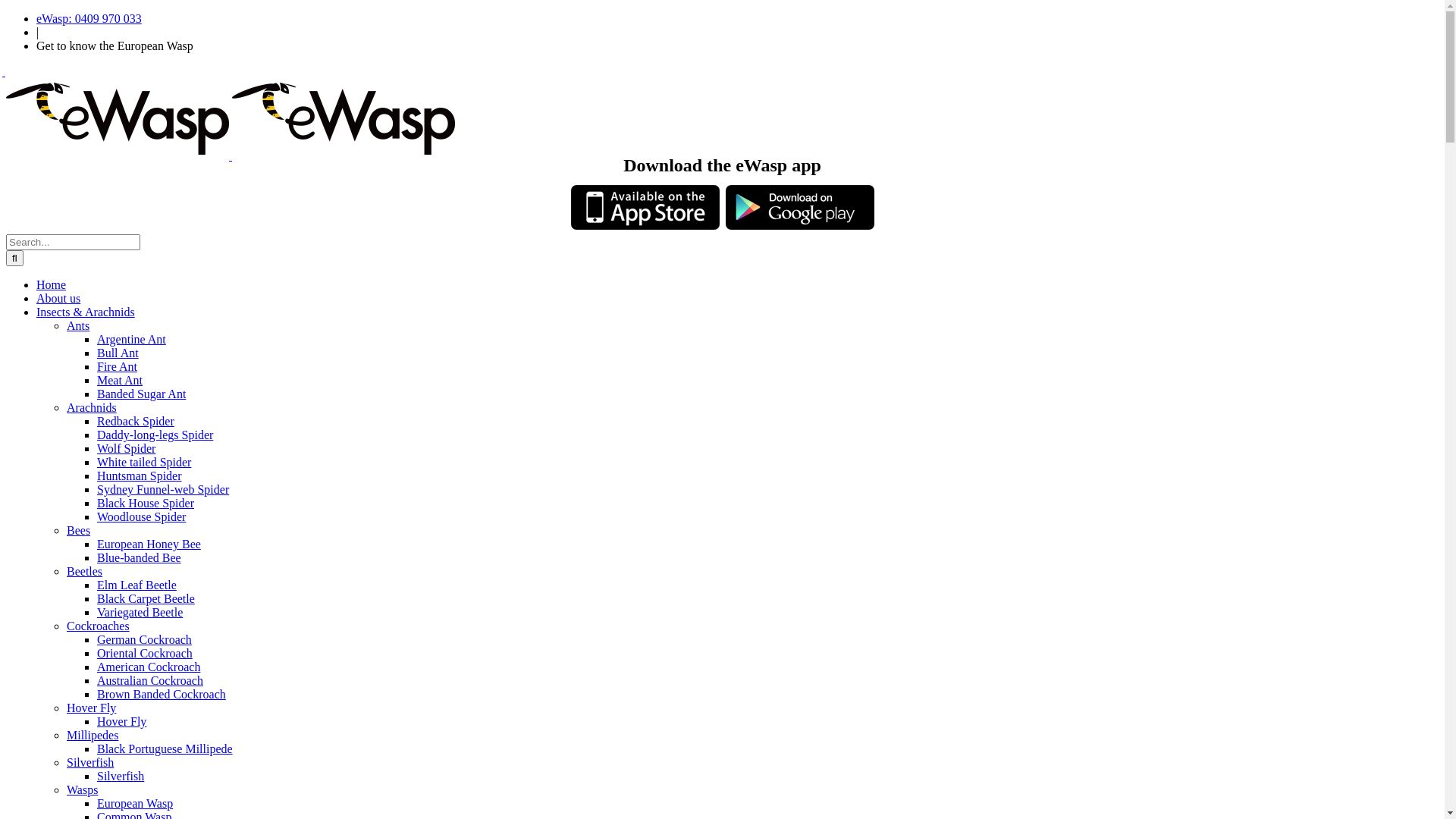 Image resolution: width=1456 pixels, height=819 pixels. I want to click on 'About us', so click(58, 298).